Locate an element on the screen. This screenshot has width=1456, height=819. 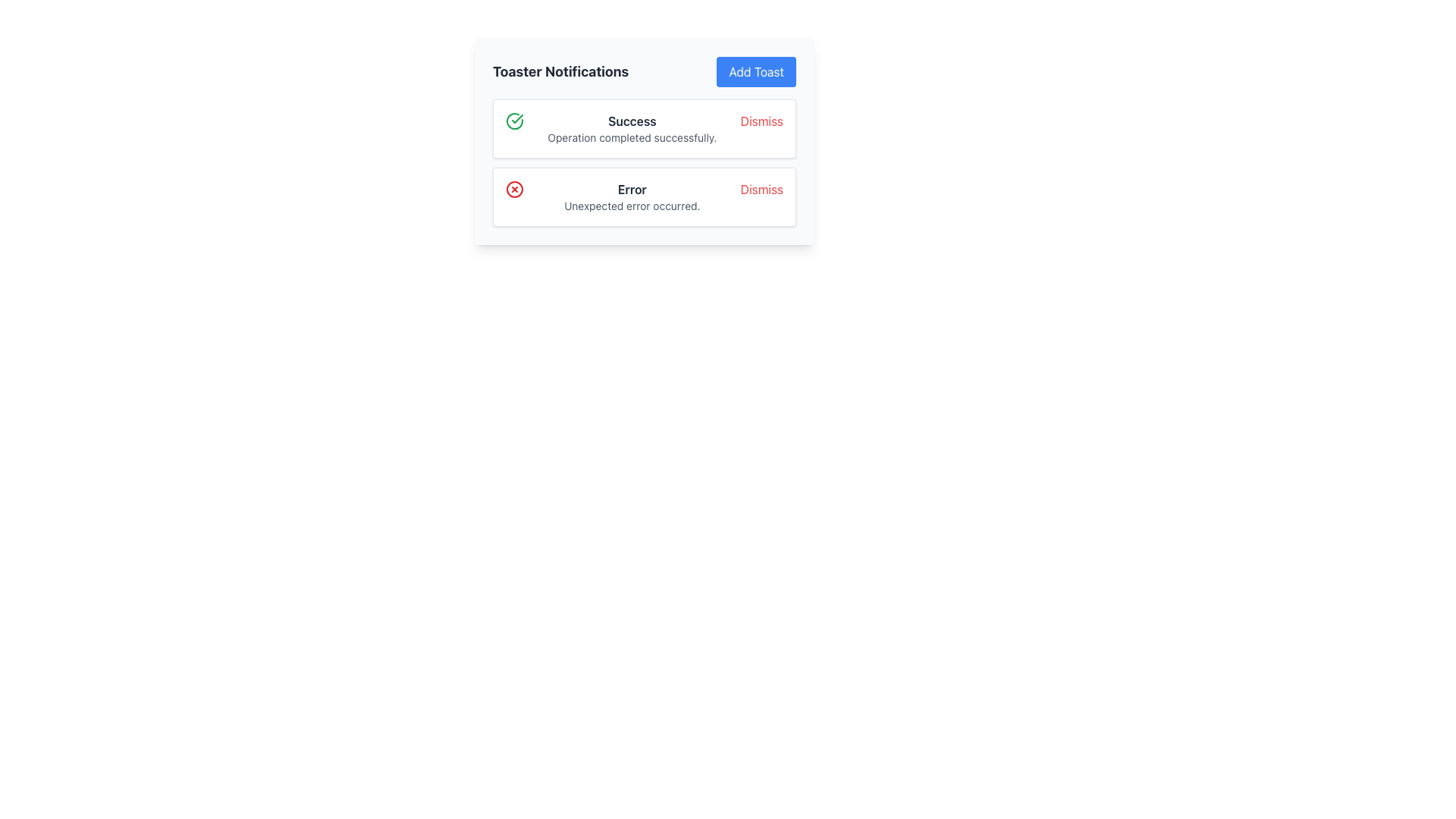
the red circular error icon with a centered 'x' within the error toast notification in the notifications panel, located to the left of the 'Error' label is located at coordinates (514, 189).